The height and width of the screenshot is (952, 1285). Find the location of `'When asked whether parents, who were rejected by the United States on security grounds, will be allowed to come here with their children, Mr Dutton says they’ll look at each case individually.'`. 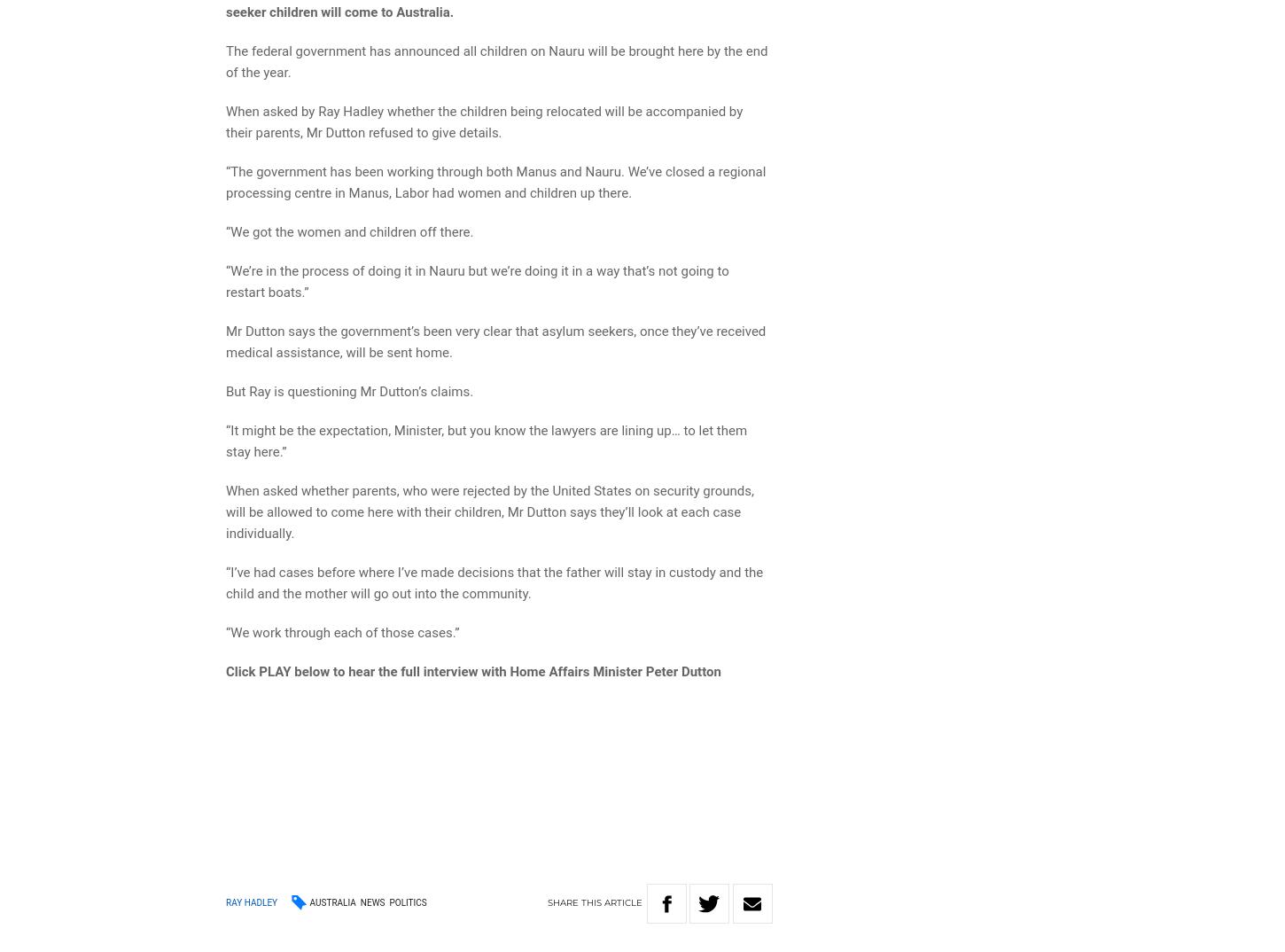

'When asked whether parents, who were rejected by the United States on security grounds, will be allowed to come here with their children, Mr Dutton says they’ll look at each case individually.' is located at coordinates (489, 510).